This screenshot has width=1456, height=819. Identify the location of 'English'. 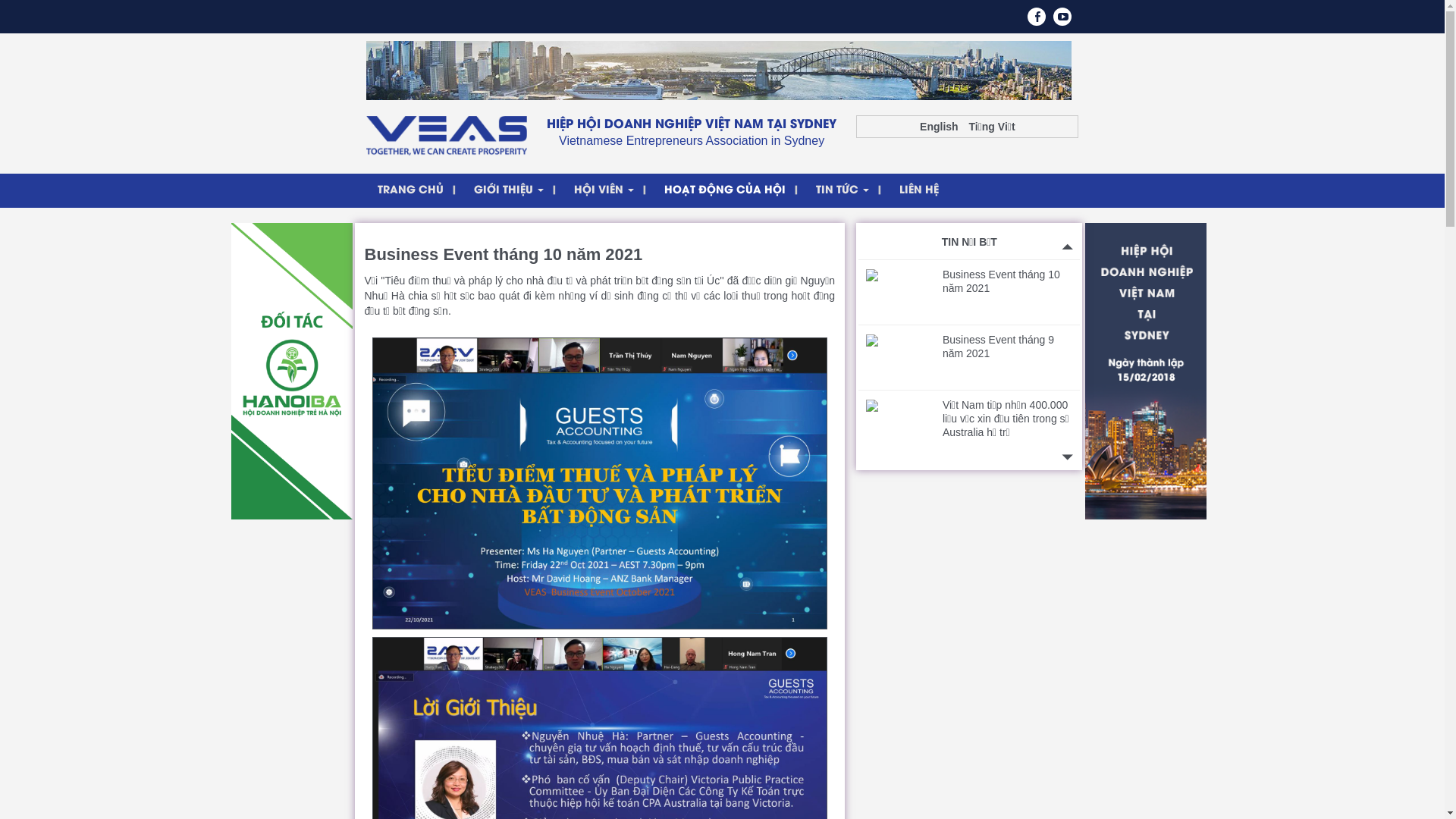
(938, 124).